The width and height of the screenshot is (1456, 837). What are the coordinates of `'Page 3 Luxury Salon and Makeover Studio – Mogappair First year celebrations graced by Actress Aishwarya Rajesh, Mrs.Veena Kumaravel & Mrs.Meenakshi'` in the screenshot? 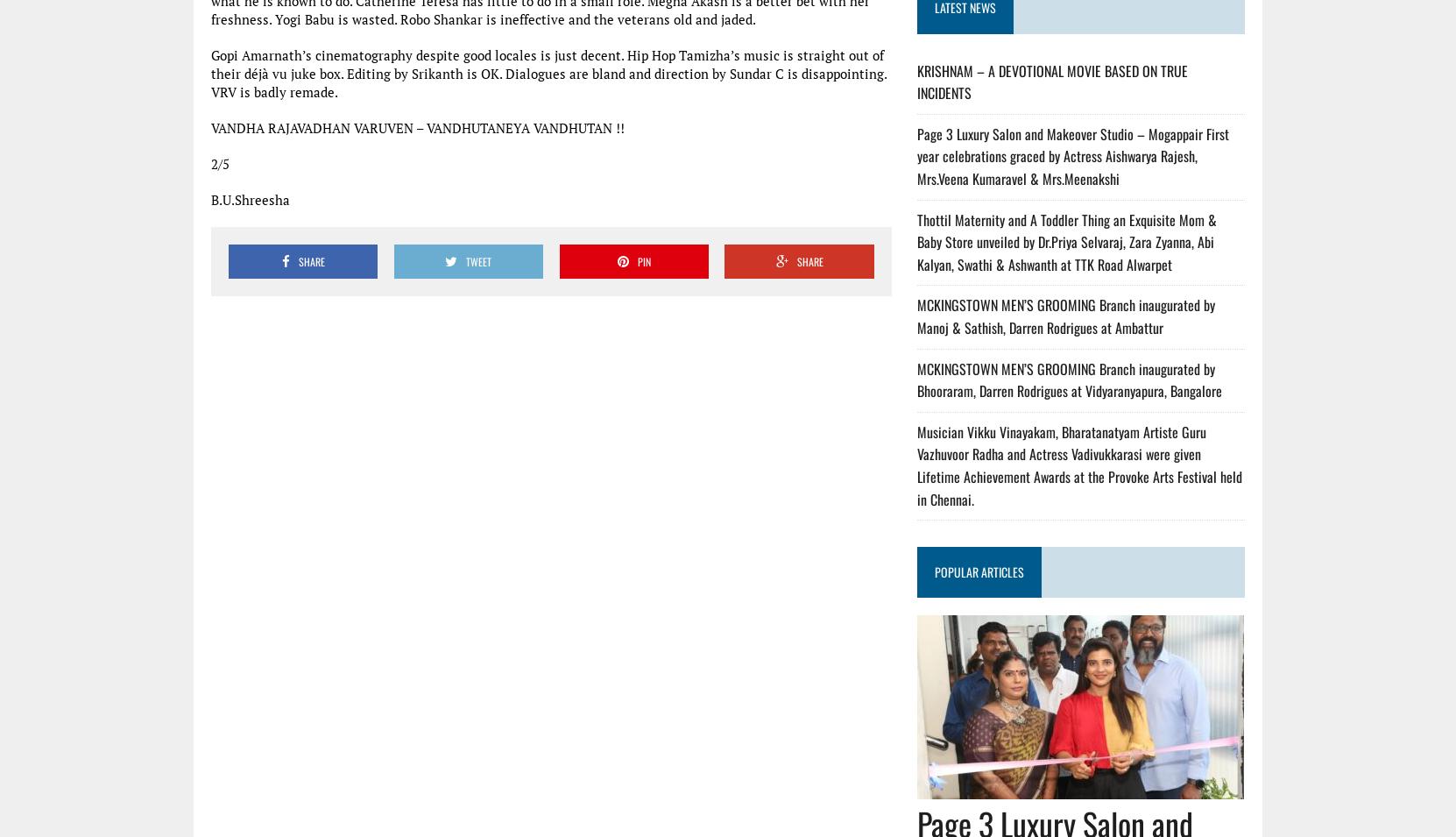 It's located at (1072, 156).